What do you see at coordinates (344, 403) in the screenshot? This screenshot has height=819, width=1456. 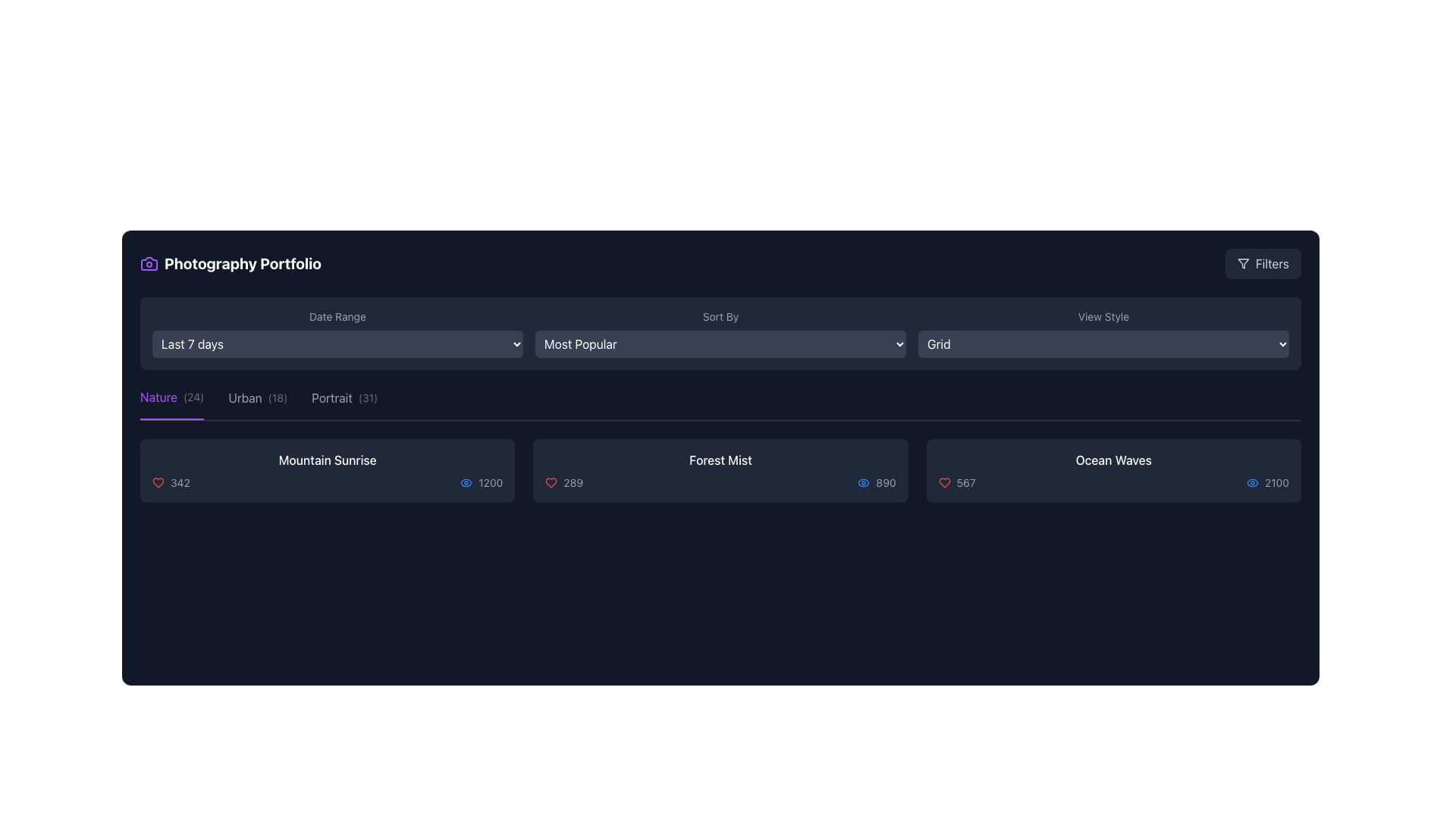 I see `the interactive text label 'Portrait' that displays the number '(31)' to potentially see a tooltip` at bounding box center [344, 403].